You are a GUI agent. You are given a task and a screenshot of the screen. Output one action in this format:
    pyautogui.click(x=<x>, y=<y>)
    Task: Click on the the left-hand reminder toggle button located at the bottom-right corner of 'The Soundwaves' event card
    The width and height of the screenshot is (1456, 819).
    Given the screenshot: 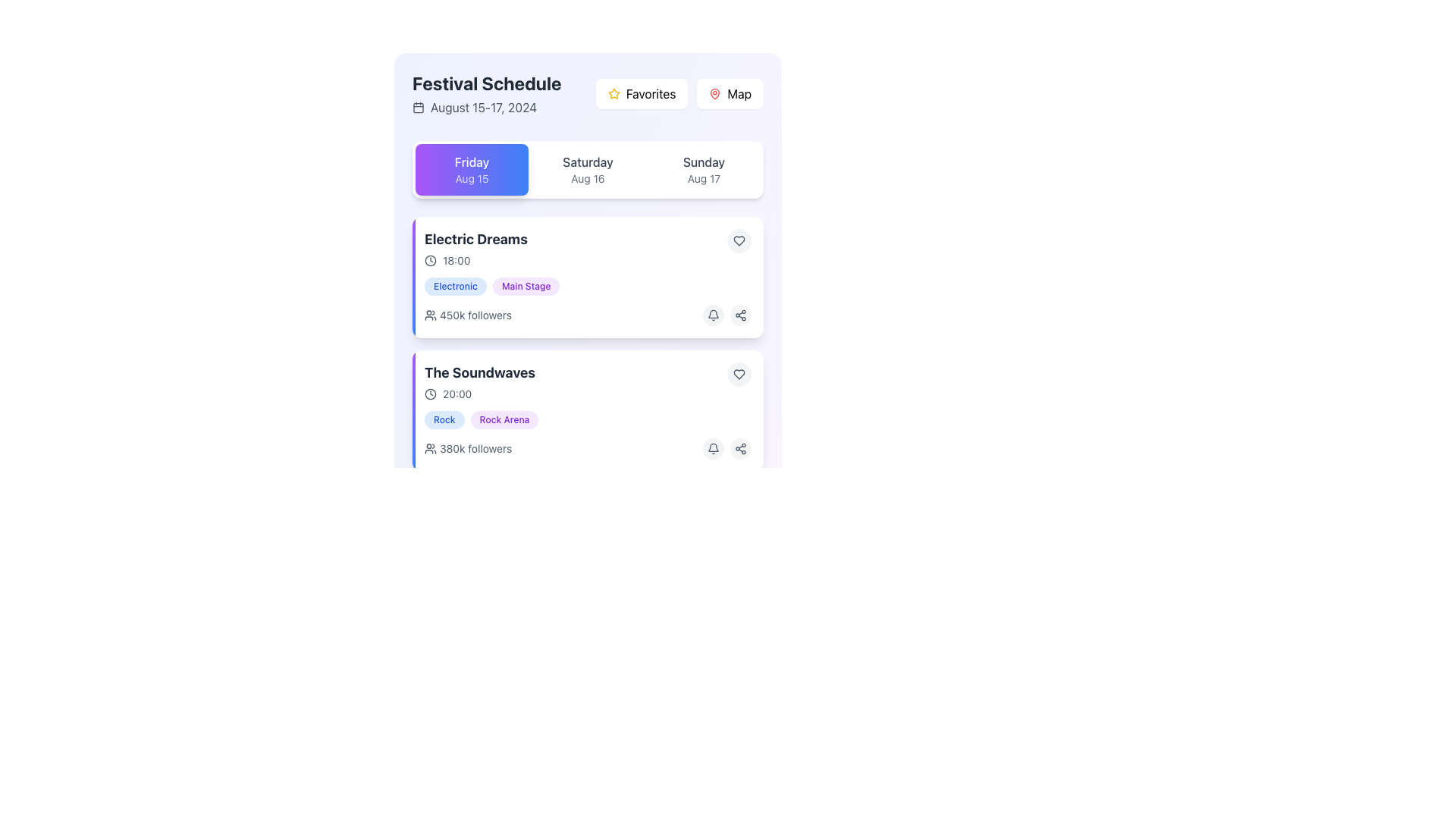 What is the action you would take?
    pyautogui.click(x=712, y=447)
    